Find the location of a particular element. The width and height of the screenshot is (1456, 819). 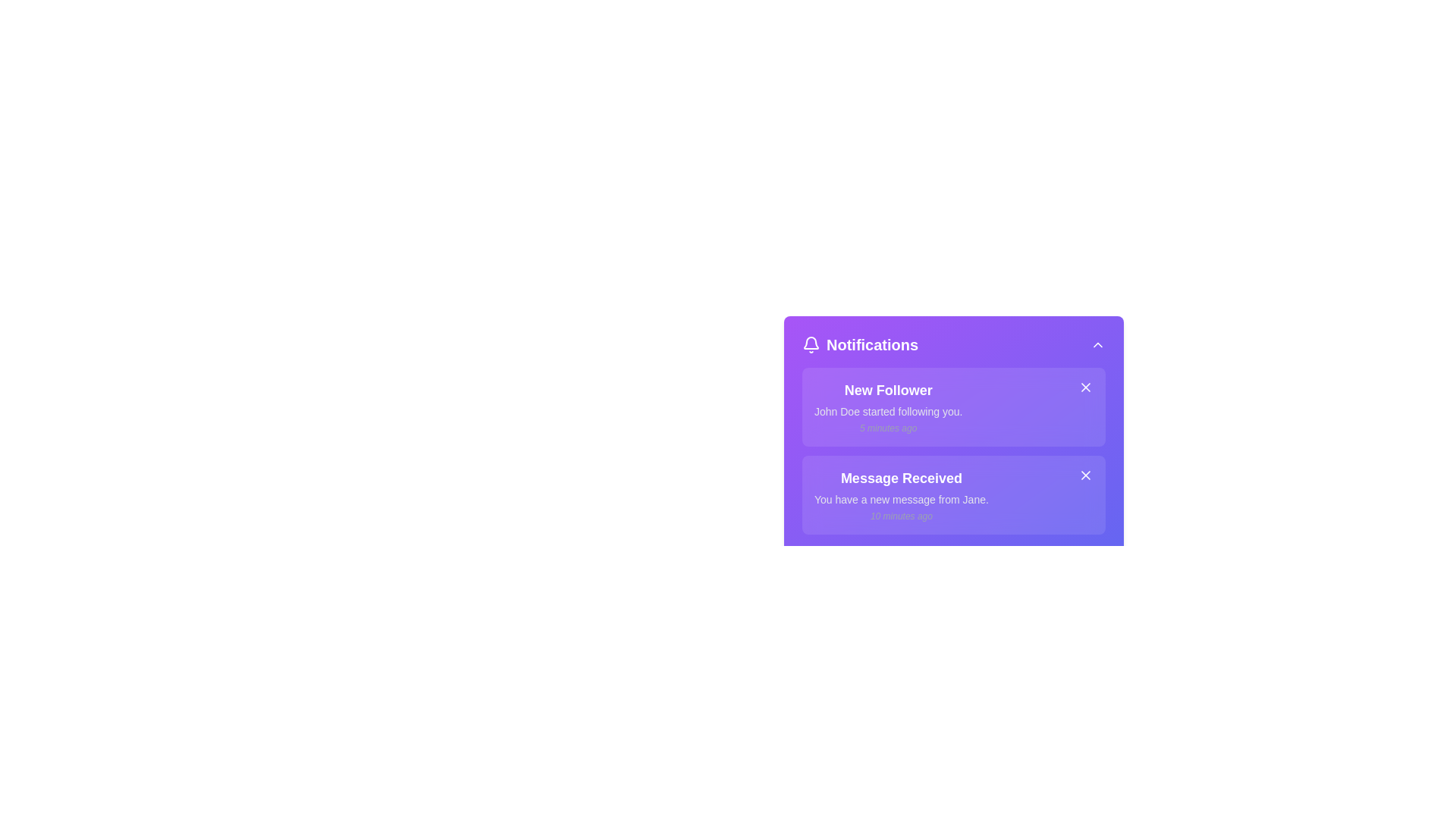

the 'Message Received' text label, which is prominently displayed in bold white font against a purple background is located at coordinates (901, 479).